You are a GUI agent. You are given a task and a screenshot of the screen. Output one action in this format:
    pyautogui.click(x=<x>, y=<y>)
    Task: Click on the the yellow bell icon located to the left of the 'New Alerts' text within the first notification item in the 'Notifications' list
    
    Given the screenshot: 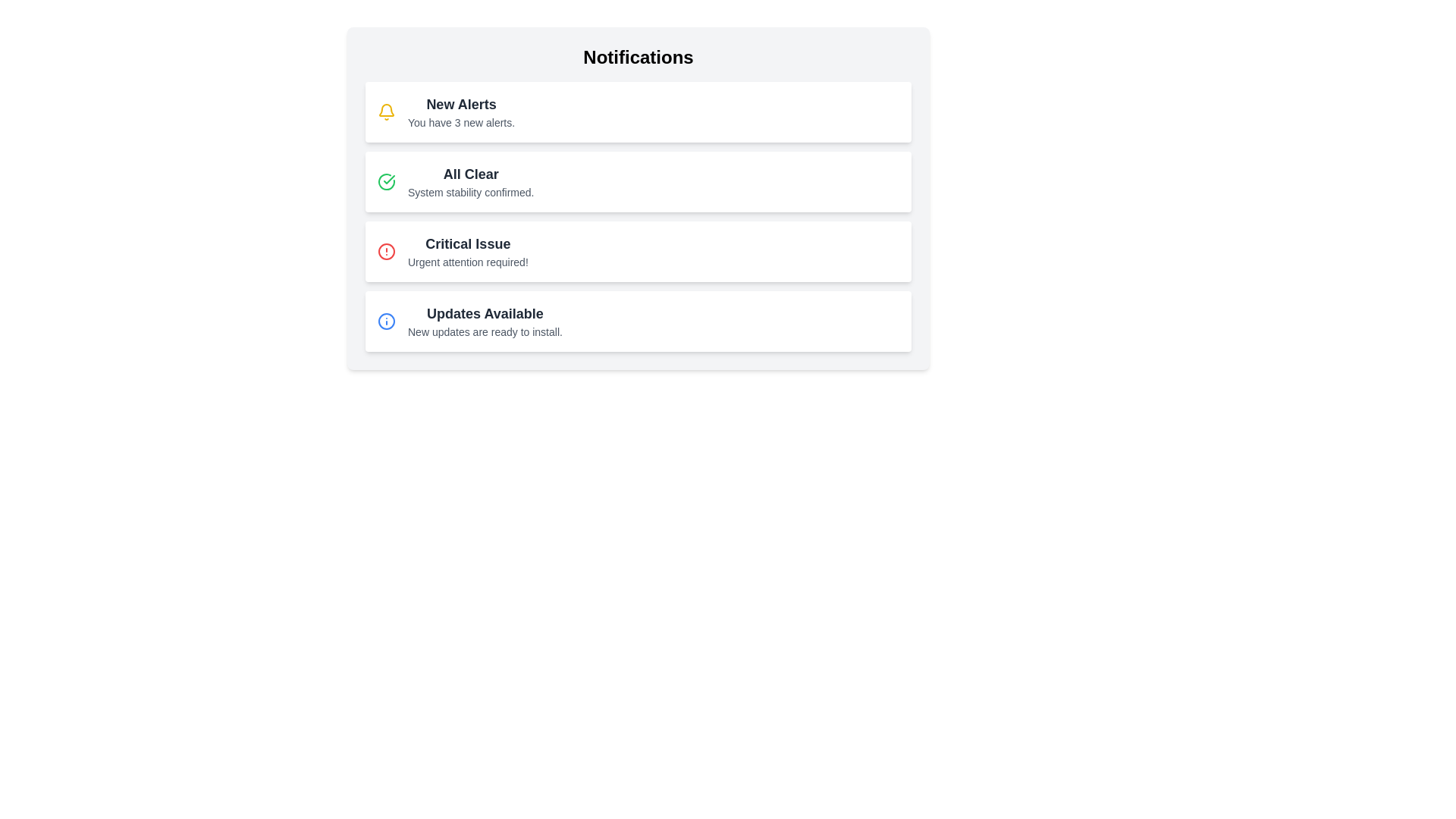 What is the action you would take?
    pyautogui.click(x=386, y=111)
    